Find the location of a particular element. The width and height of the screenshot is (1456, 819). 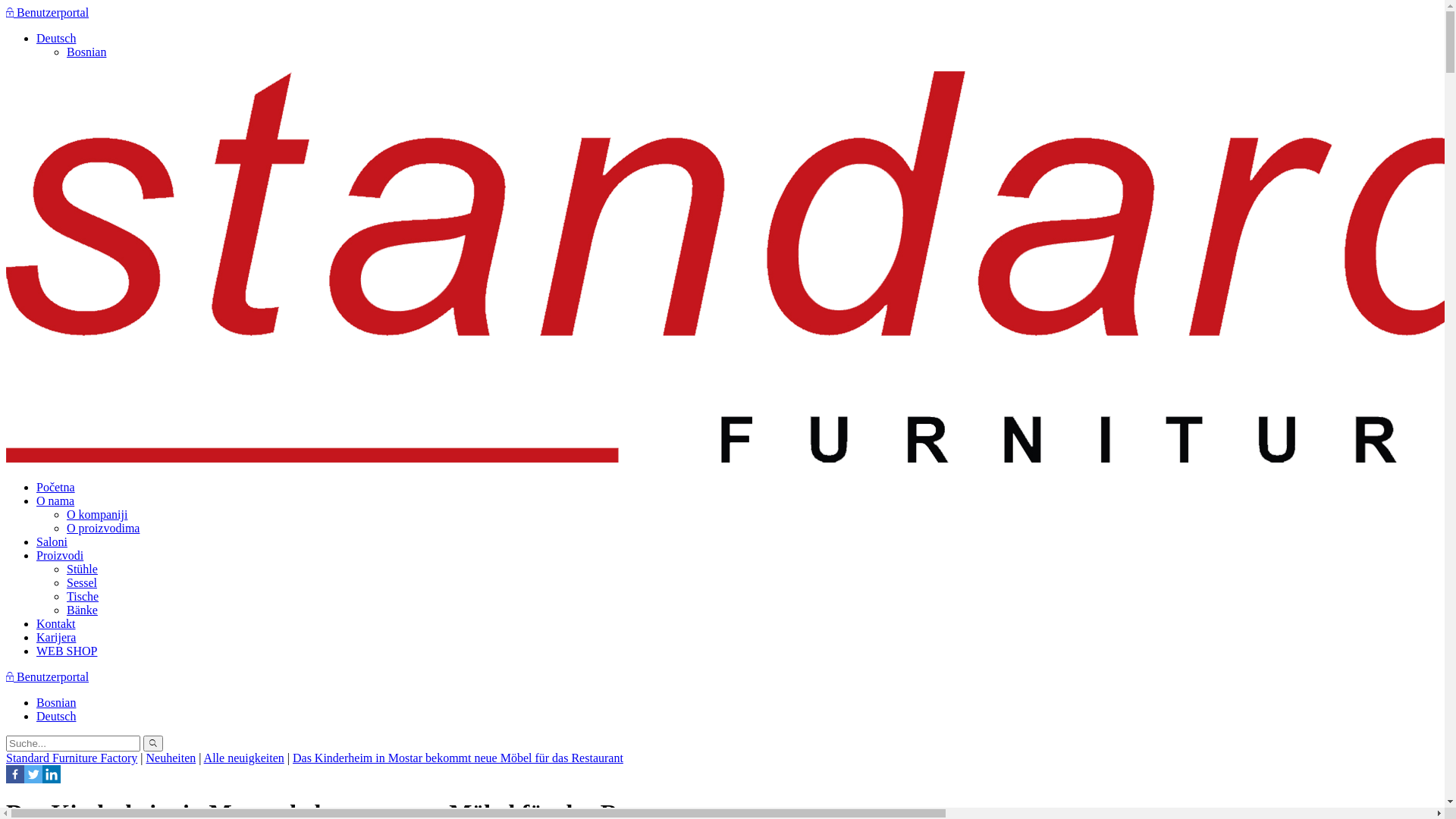

'Twitter' is located at coordinates (33, 774).